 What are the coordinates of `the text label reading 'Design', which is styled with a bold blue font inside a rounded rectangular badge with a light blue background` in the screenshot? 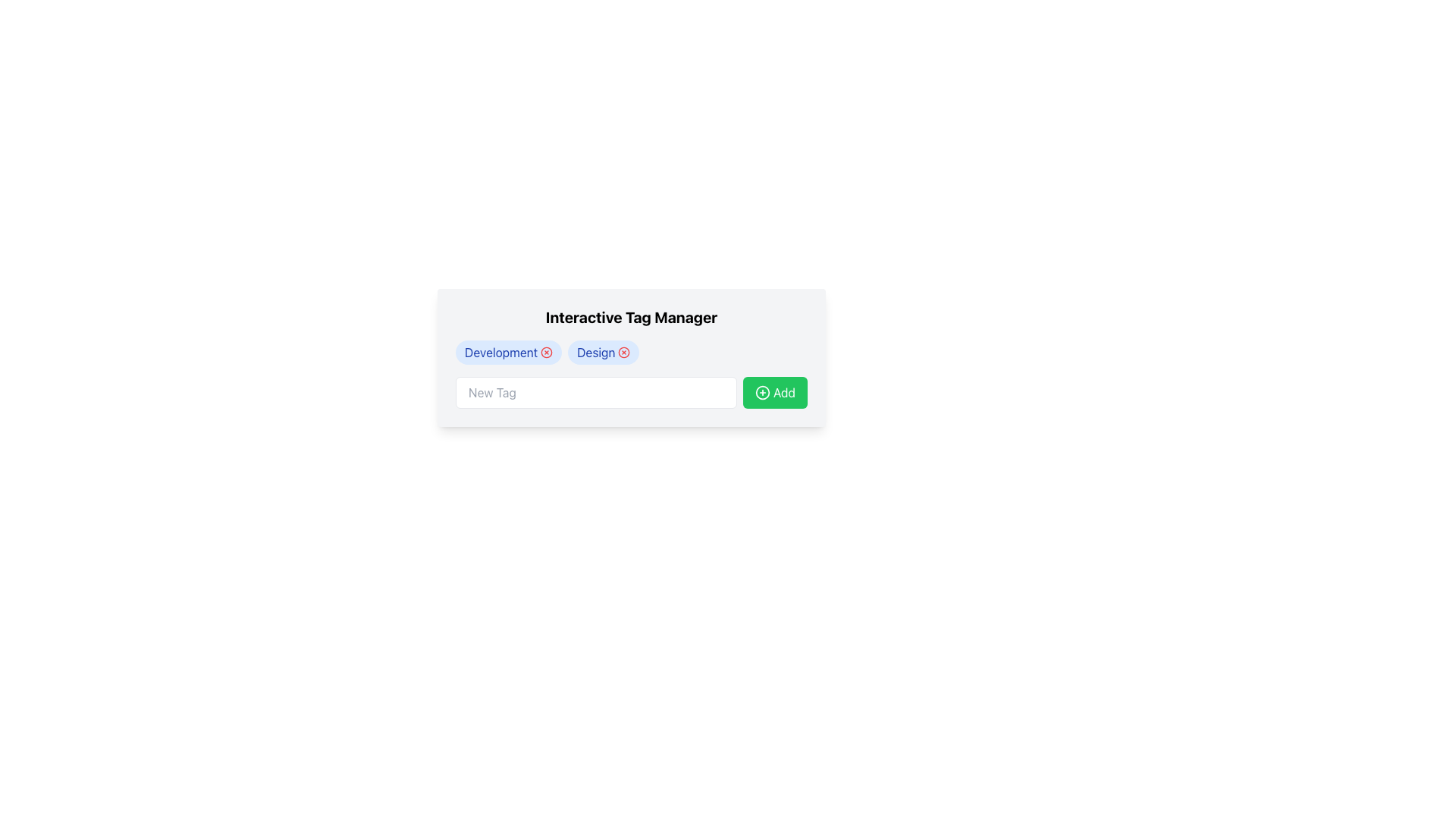 It's located at (595, 353).